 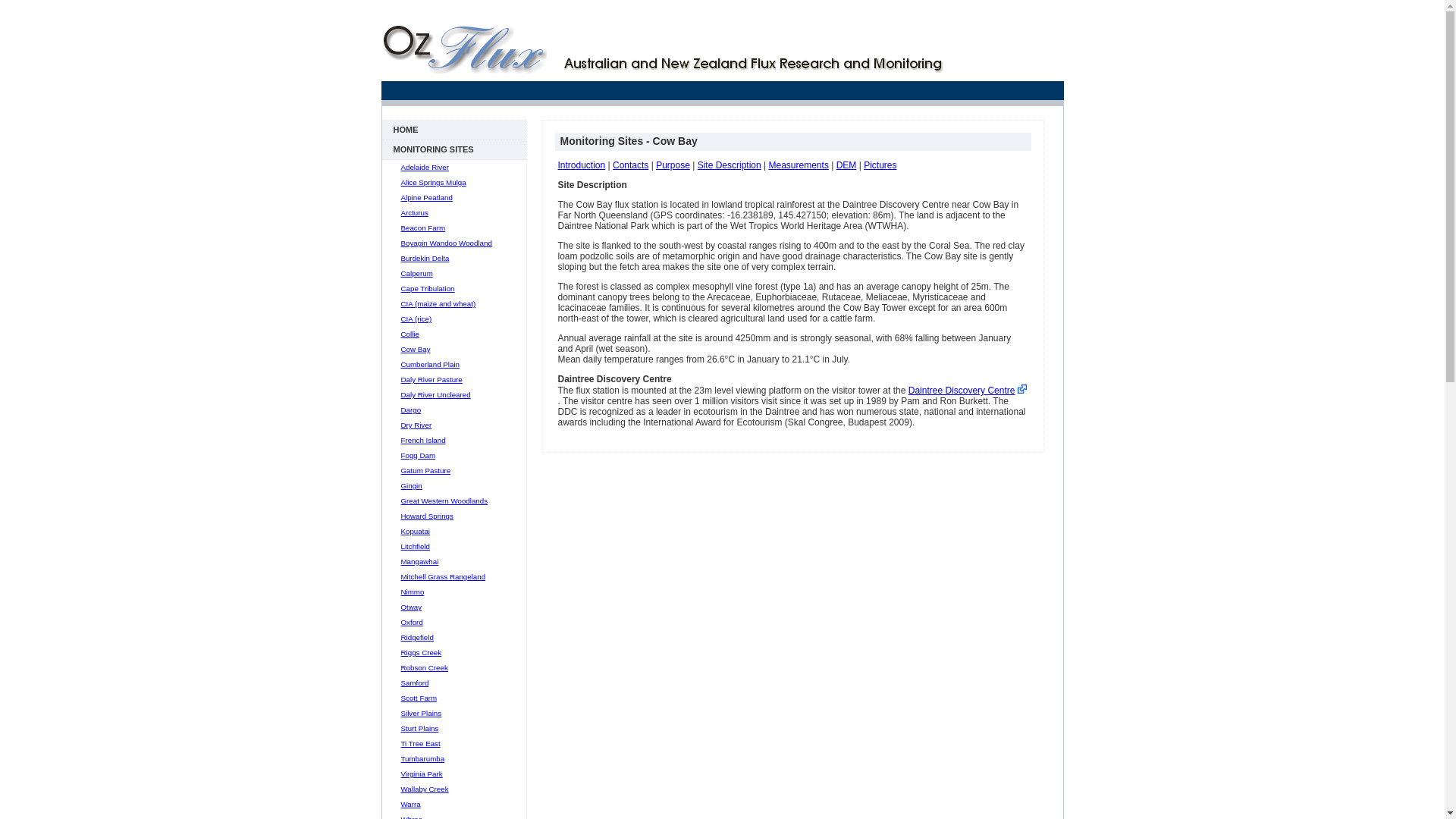 I want to click on 'Measurements', so click(x=768, y=165).